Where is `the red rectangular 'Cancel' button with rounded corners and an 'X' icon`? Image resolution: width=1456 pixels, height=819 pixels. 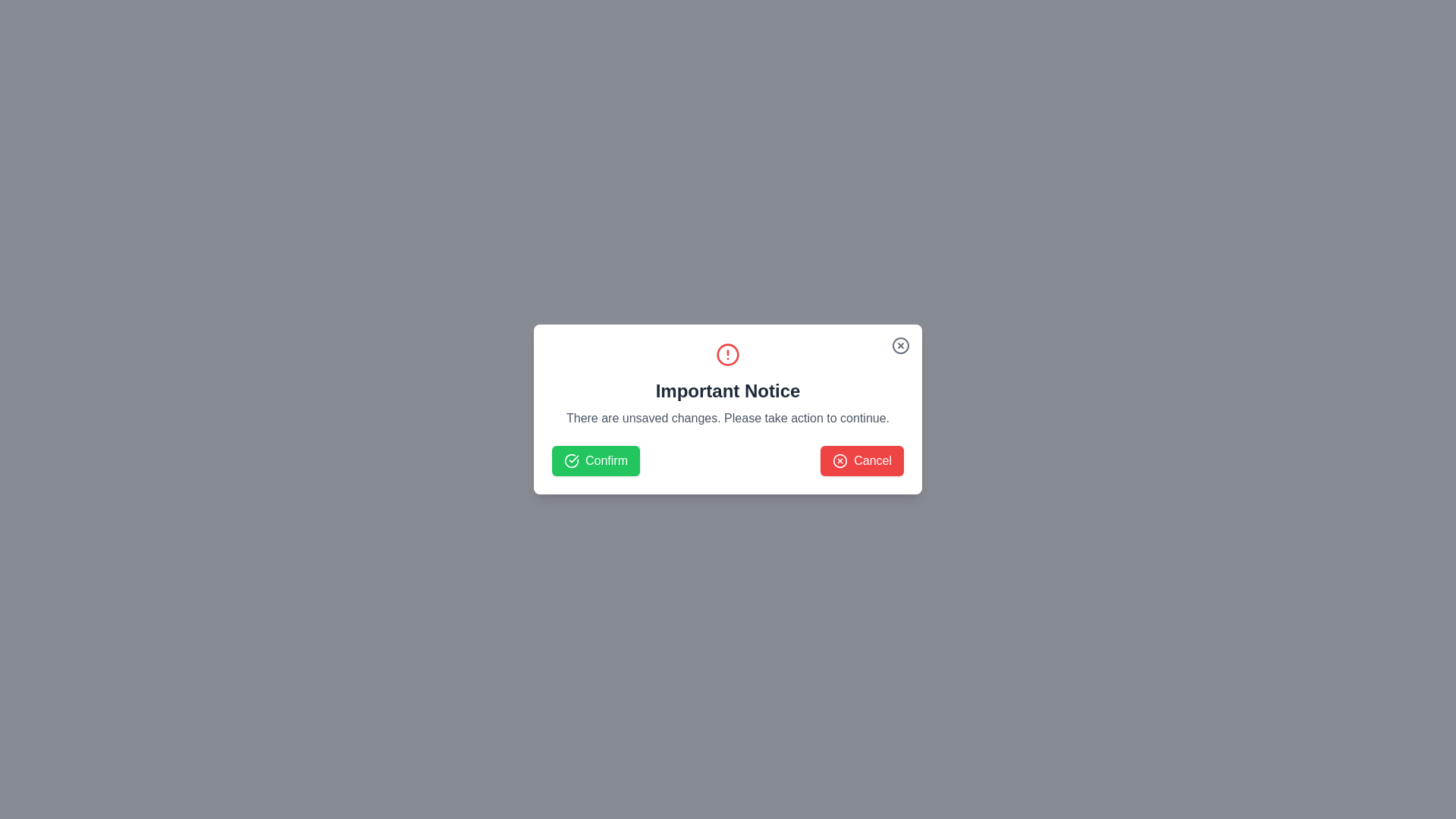
the red rectangular 'Cancel' button with rounded corners and an 'X' icon is located at coordinates (862, 460).